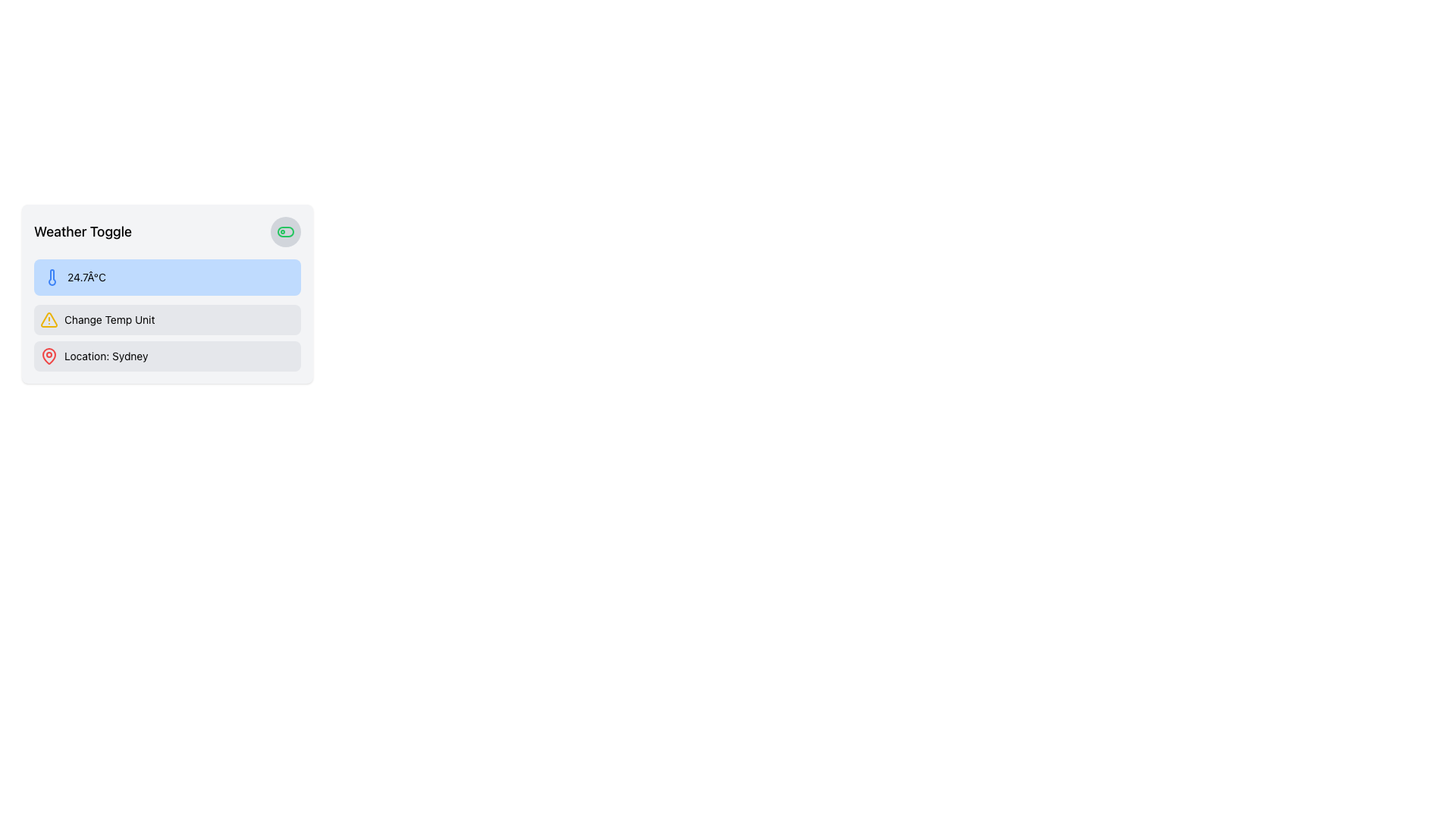 This screenshot has width=1456, height=819. Describe the element at coordinates (167, 294) in the screenshot. I see `the Information Display Item that shows the current temperature in degrees Celsius, located underneath the 'Weather Toggle' heading` at that location.